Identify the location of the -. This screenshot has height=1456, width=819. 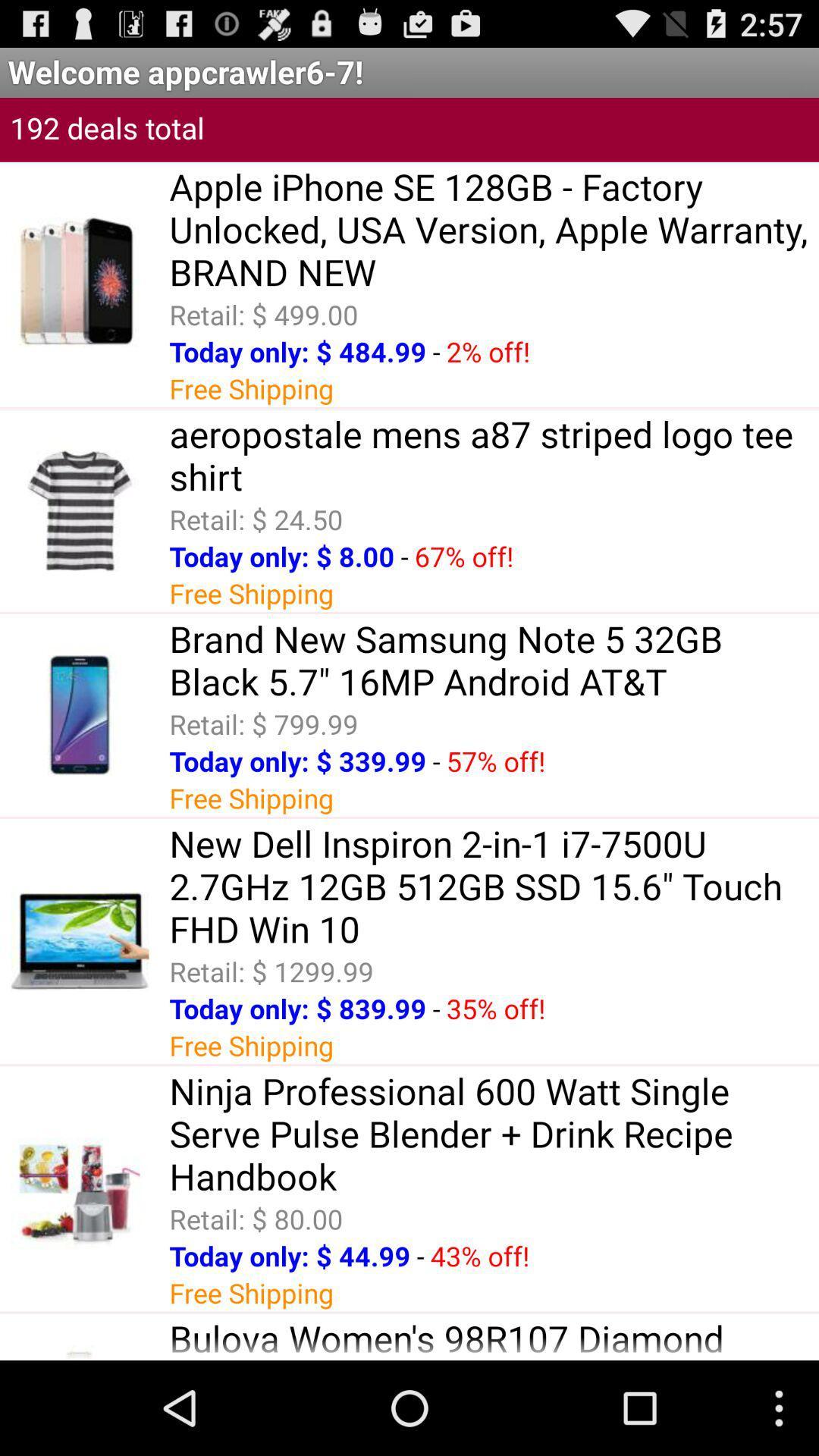
(403, 555).